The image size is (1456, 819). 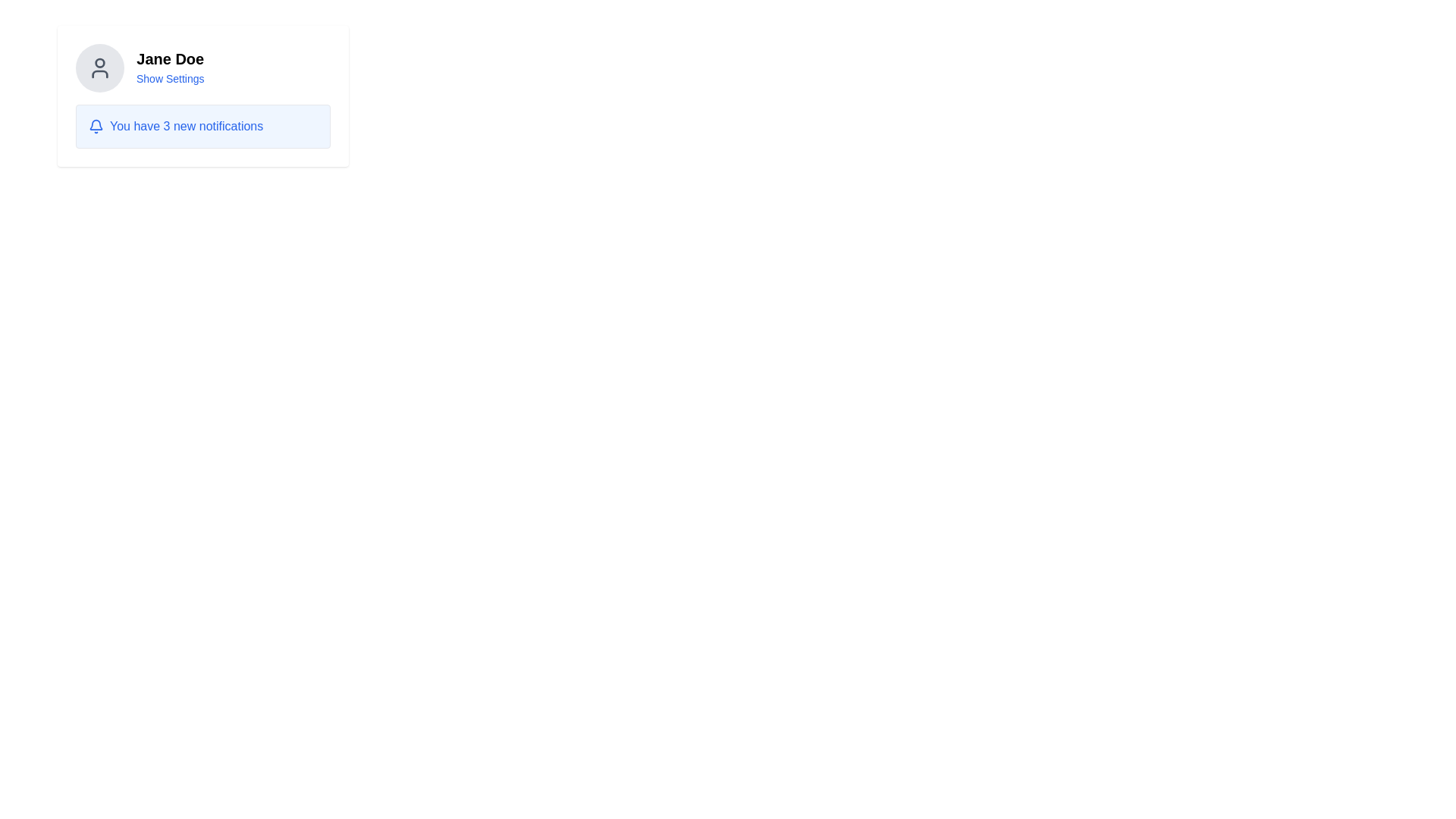 What do you see at coordinates (170, 79) in the screenshot?
I see `the text link located directly below 'Jane Doe'` at bounding box center [170, 79].